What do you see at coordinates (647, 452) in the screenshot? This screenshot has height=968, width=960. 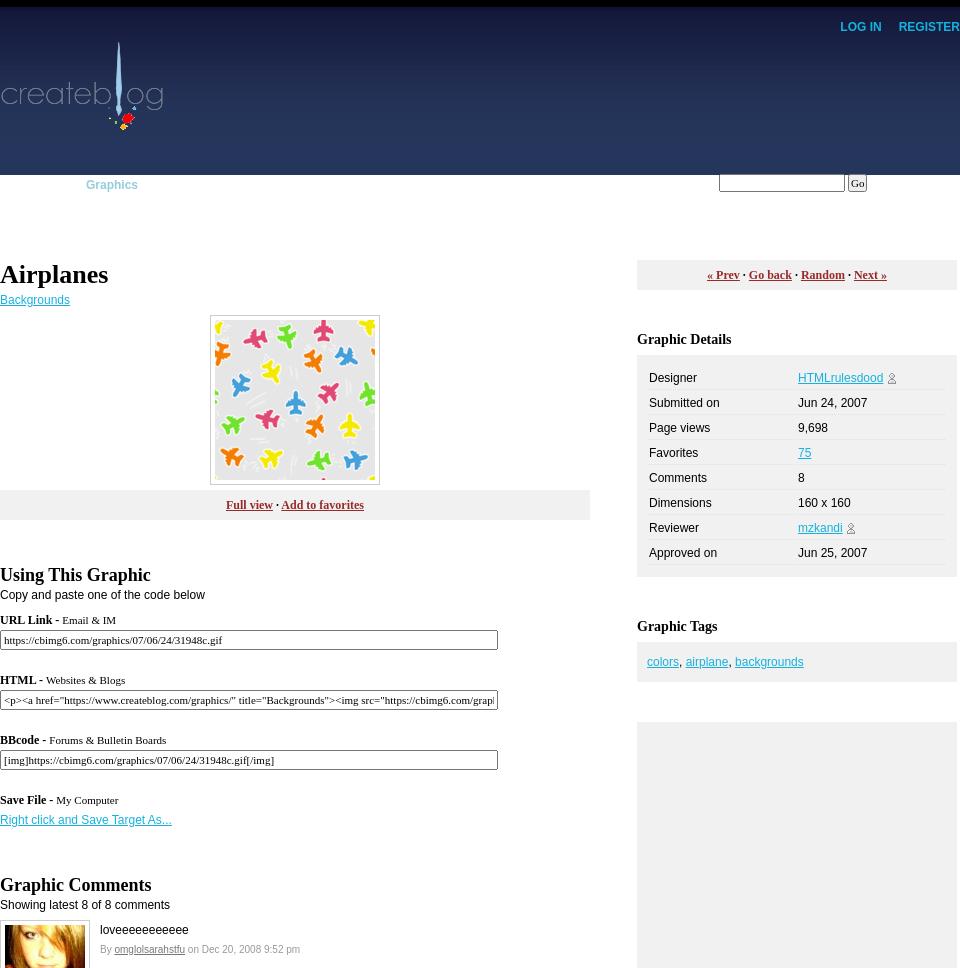 I see `'Favorites'` at bounding box center [647, 452].